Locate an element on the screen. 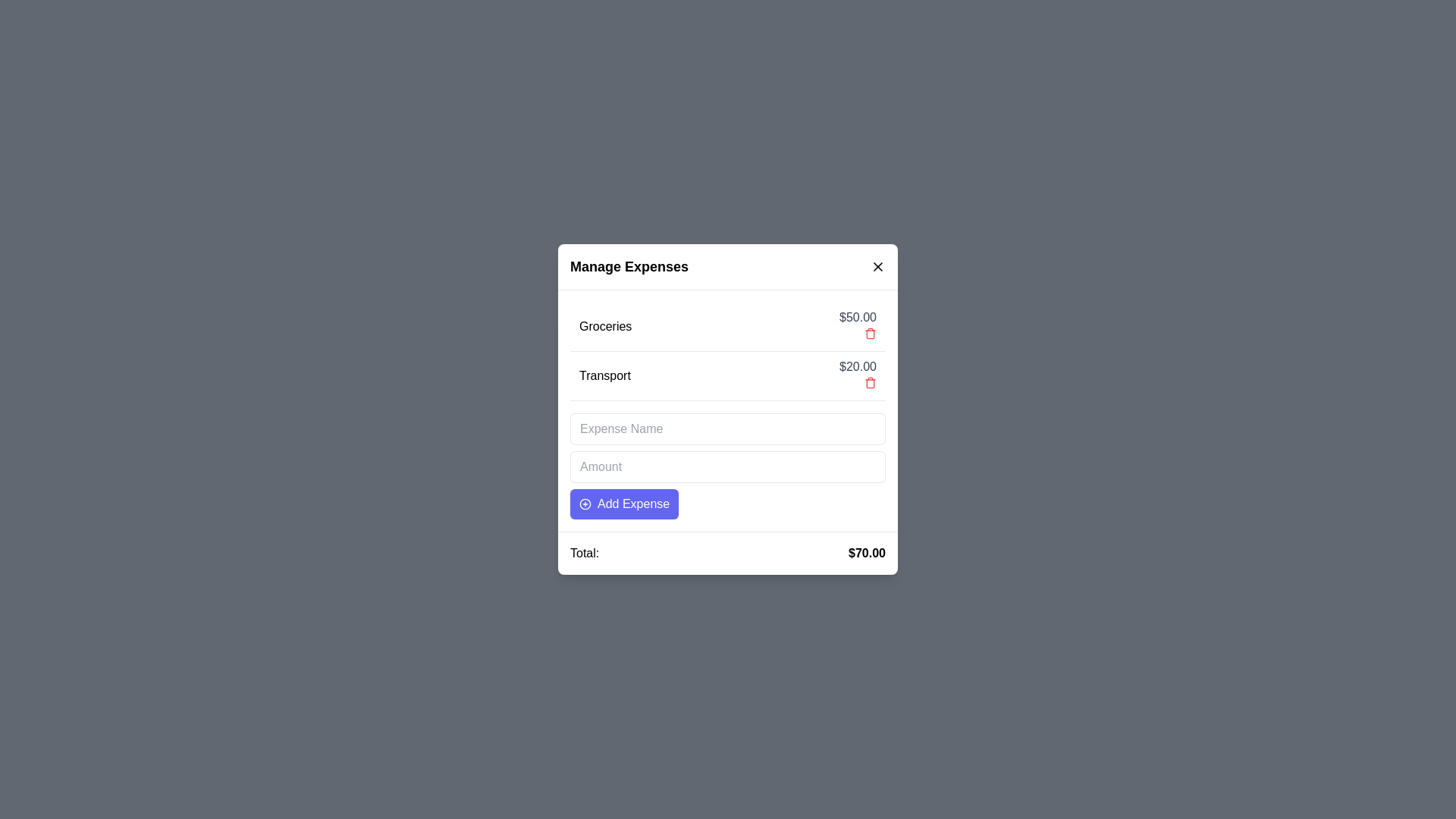  the SVG icon representing a circle with a plus symbol inside, which is positioned to the far left of the 'Add Expense' button is located at coordinates (585, 504).